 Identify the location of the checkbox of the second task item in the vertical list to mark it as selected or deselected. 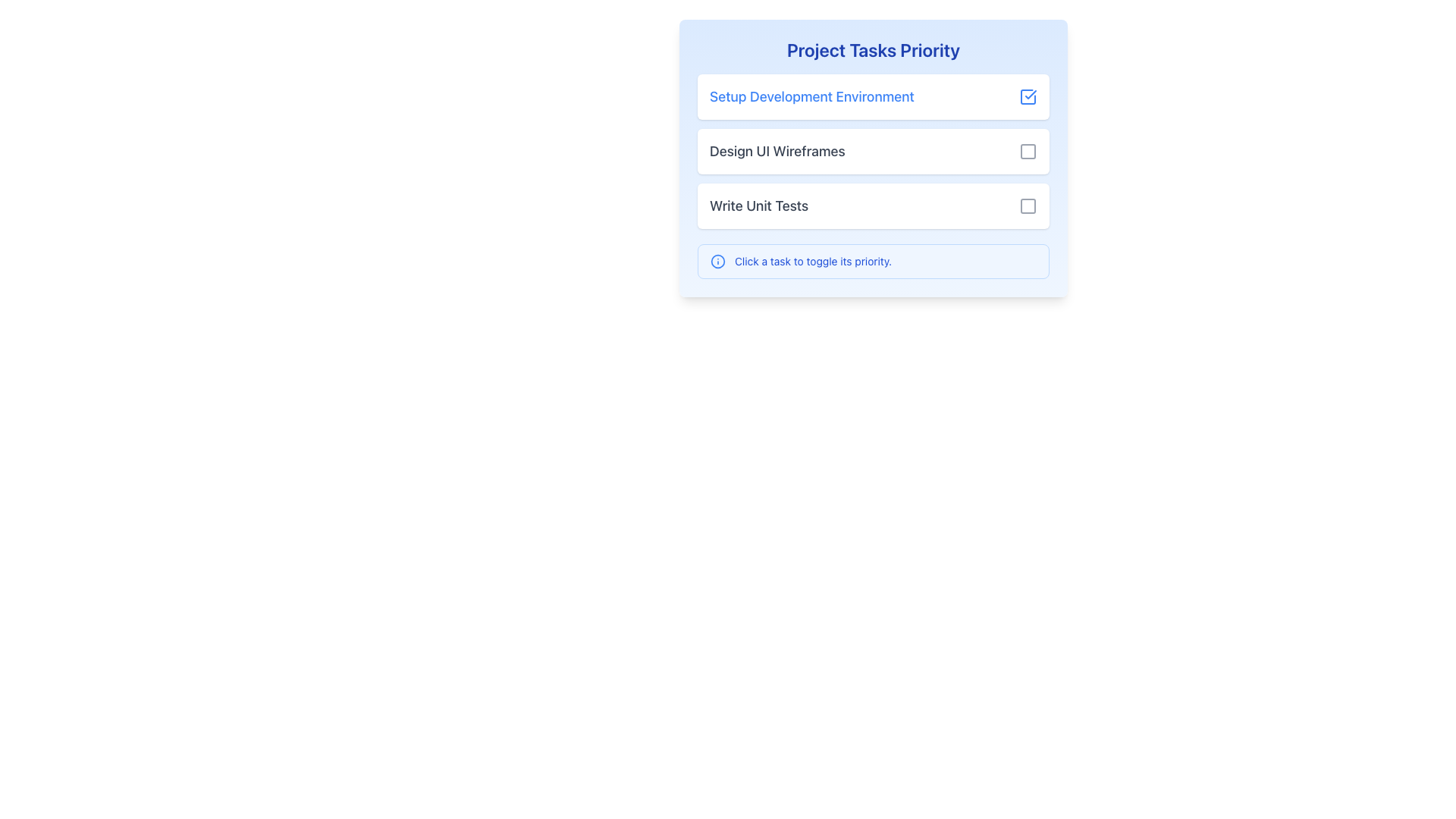
(874, 158).